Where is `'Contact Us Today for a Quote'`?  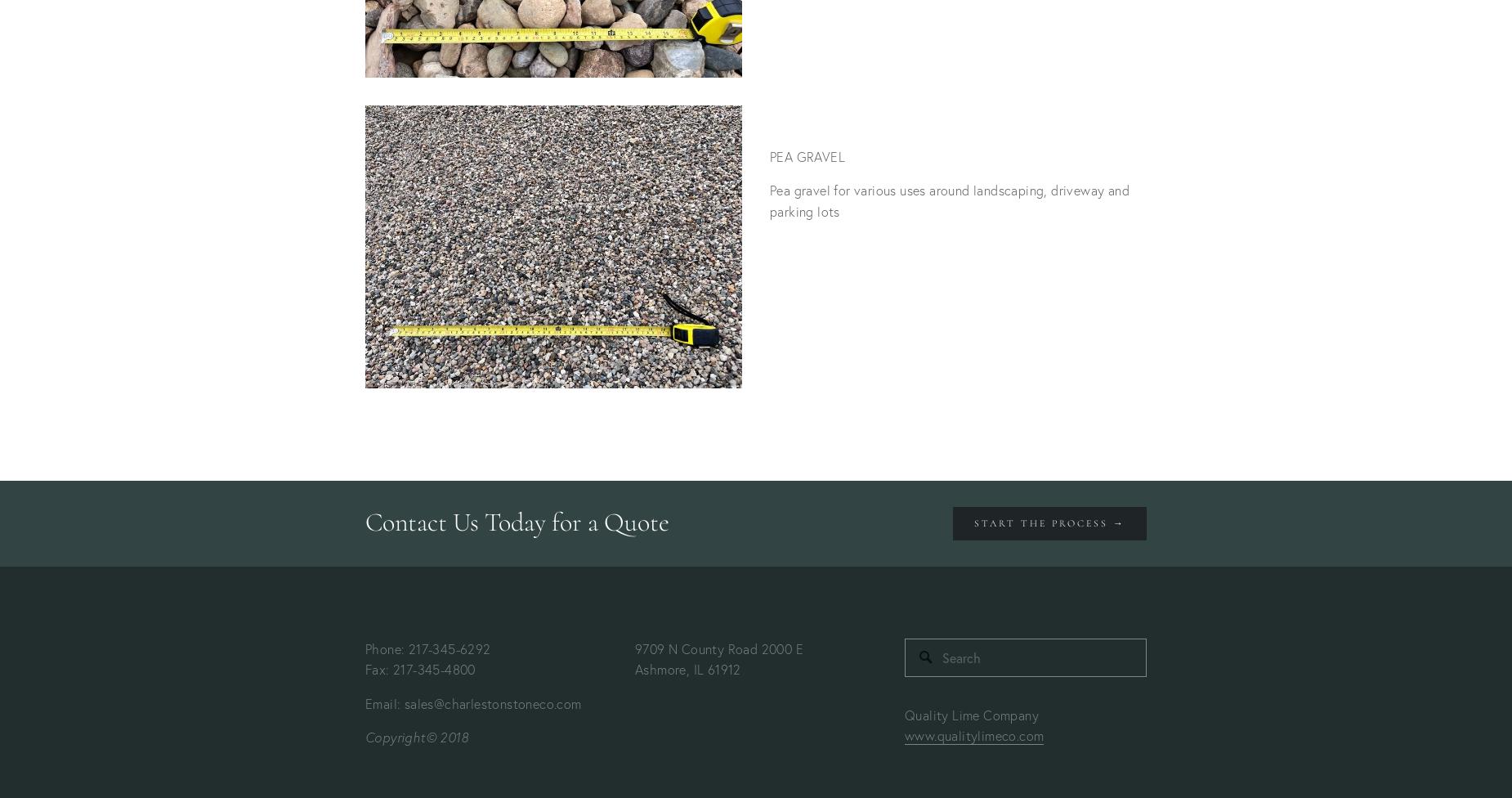
'Contact Us Today for a Quote' is located at coordinates (517, 520).